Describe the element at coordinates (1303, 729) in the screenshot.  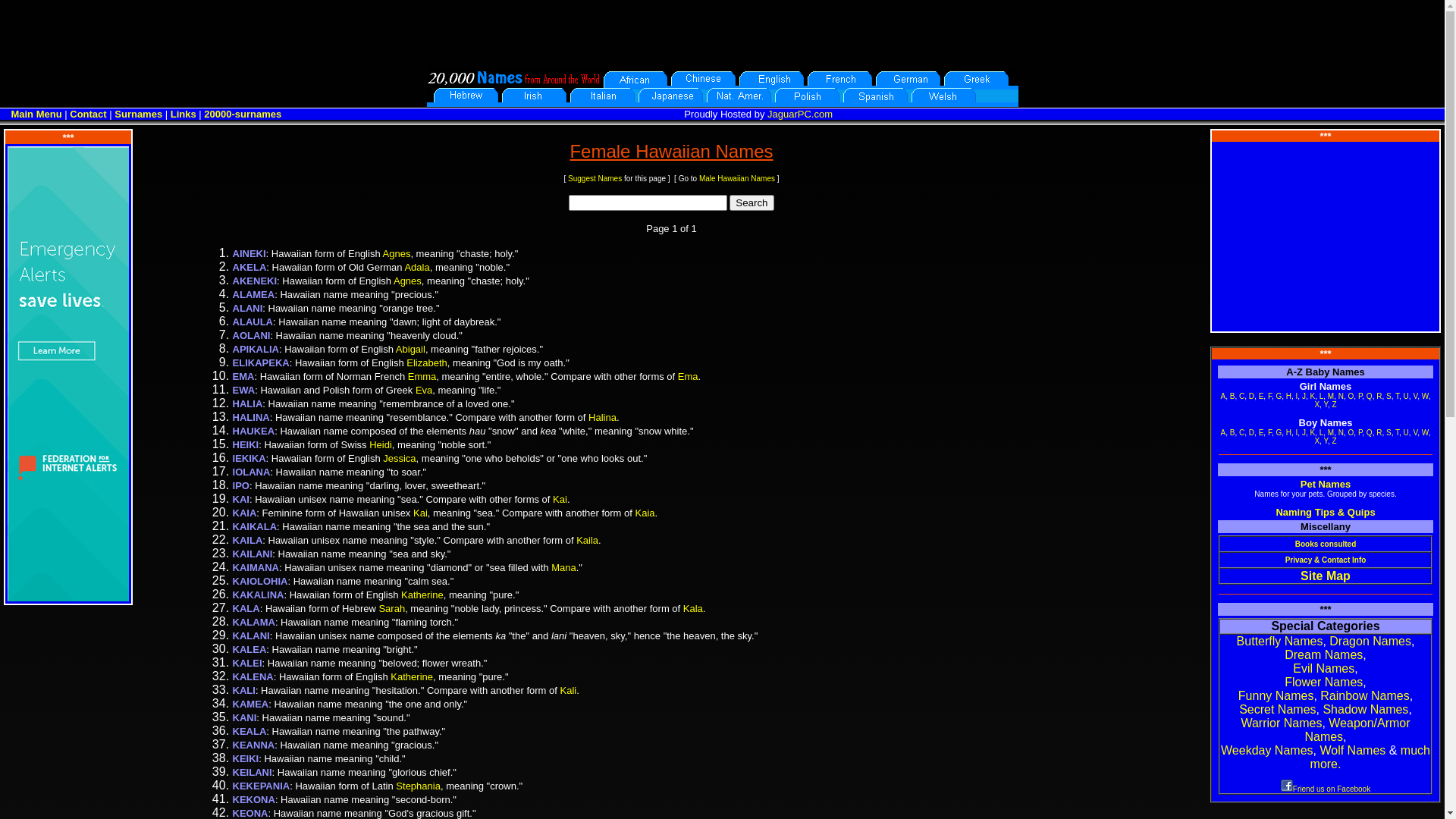
I see `'Weapon/Armor Names'` at that location.